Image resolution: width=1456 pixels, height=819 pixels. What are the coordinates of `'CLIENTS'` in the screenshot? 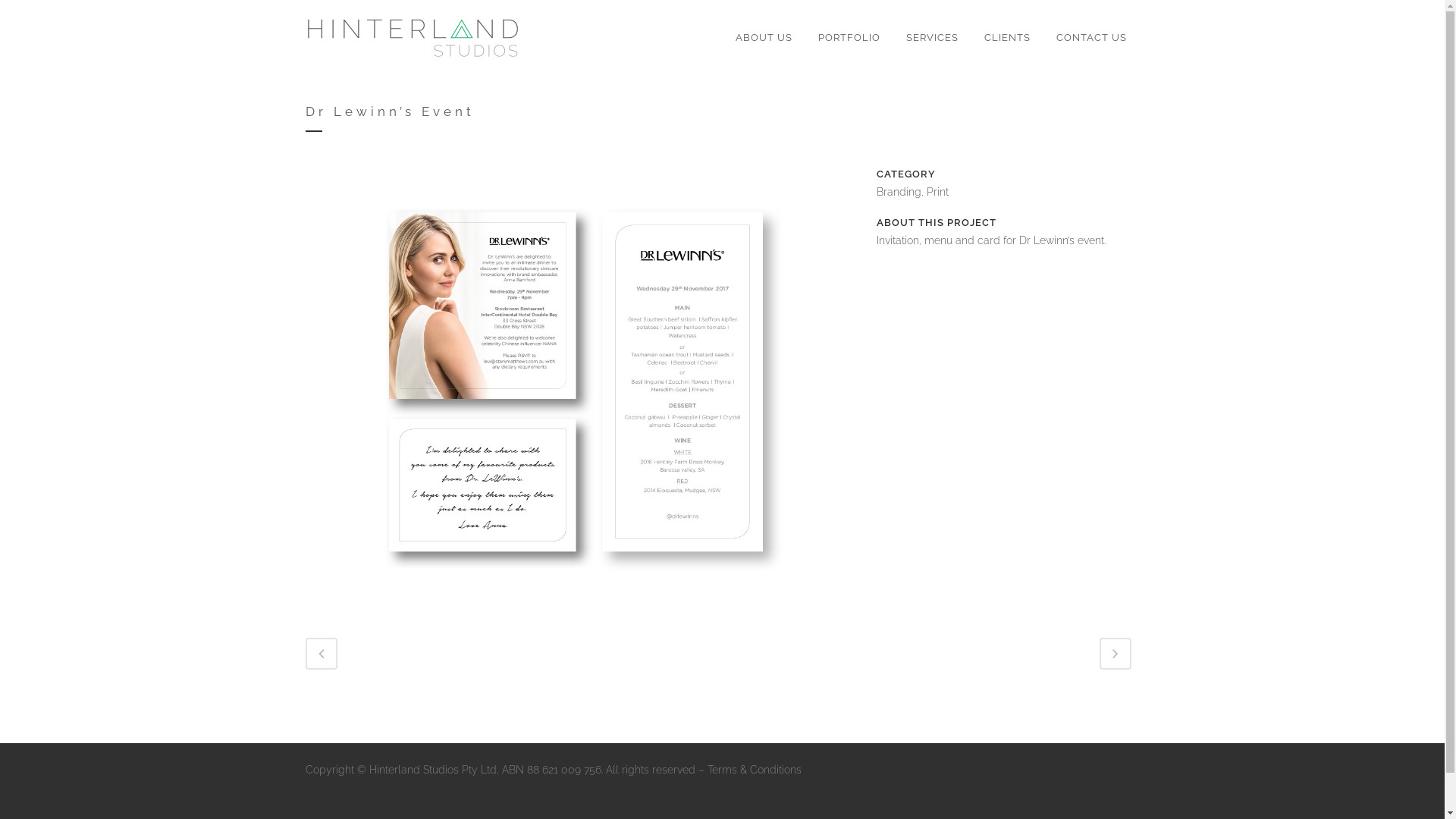 It's located at (1006, 37).